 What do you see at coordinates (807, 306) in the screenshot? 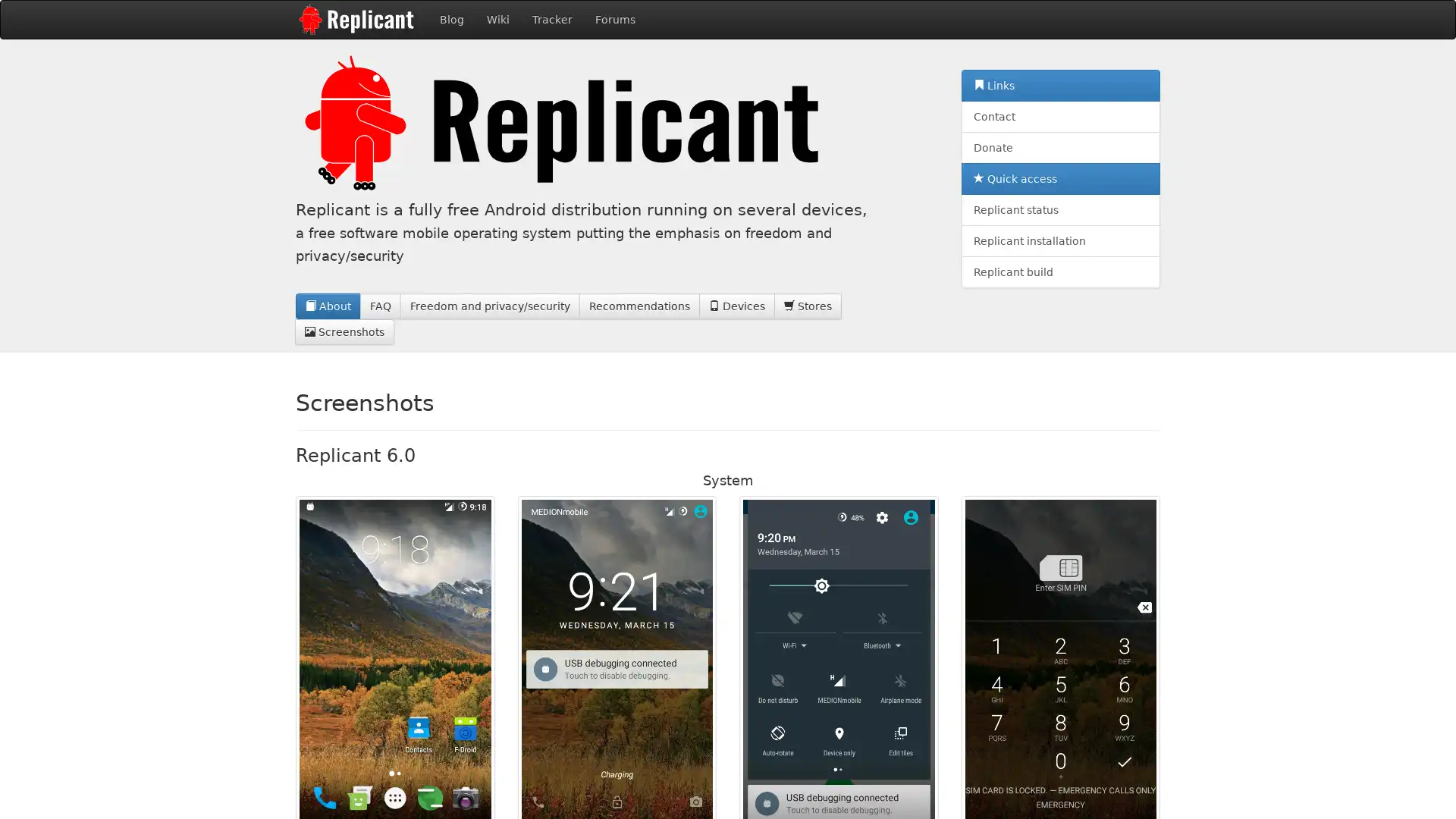
I see `Stores` at bounding box center [807, 306].